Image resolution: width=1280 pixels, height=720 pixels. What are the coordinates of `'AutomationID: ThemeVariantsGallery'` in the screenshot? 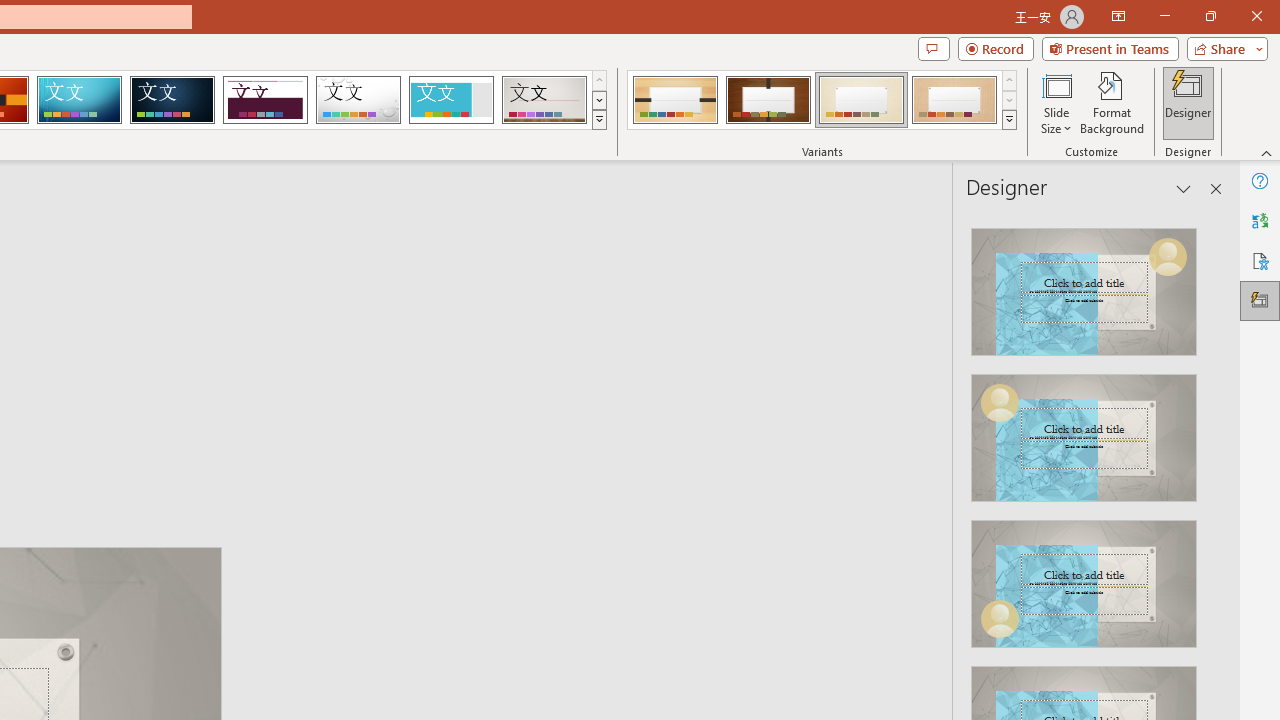 It's located at (823, 100).